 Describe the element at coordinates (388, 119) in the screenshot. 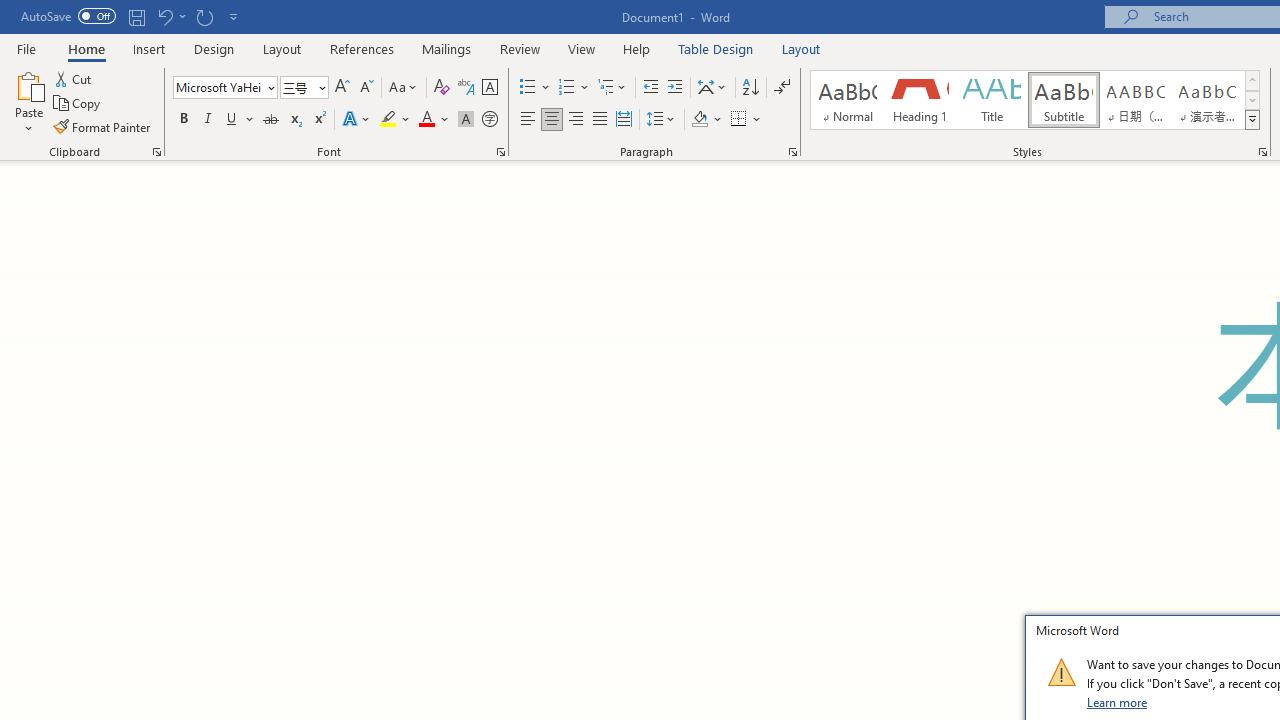

I see `'Text Highlight Color Yellow'` at that location.